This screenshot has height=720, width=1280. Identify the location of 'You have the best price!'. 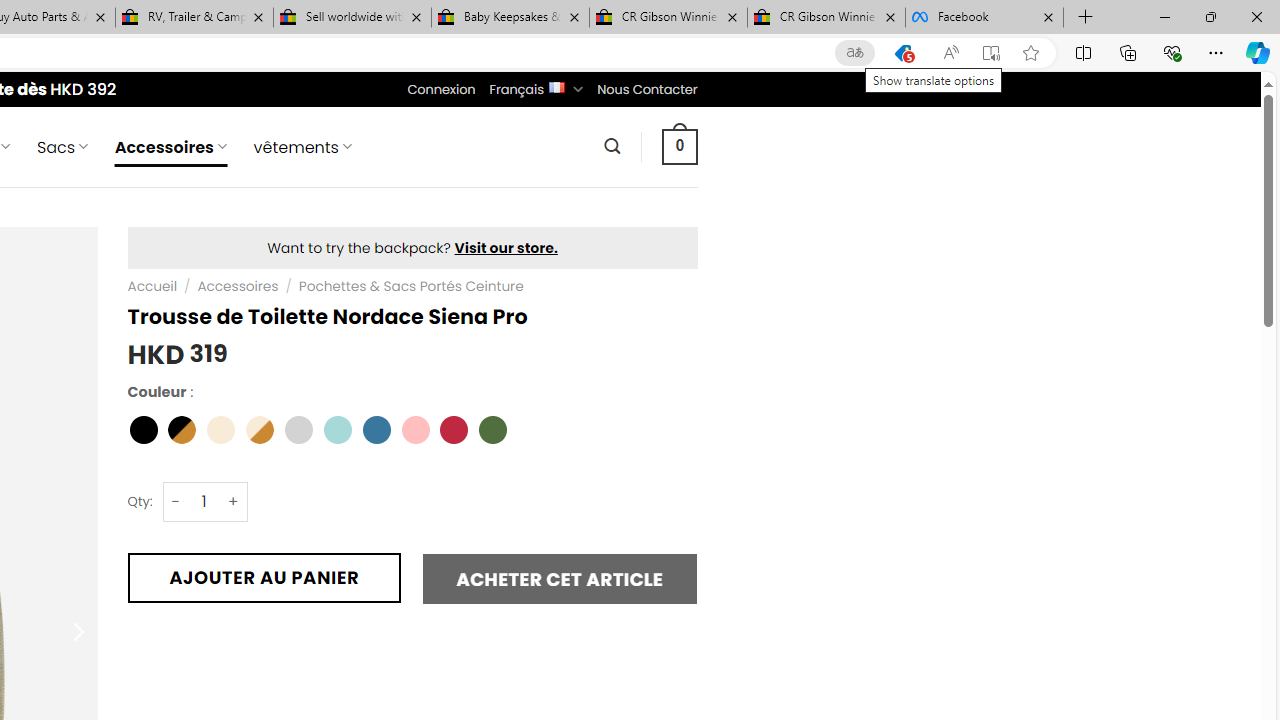
(902, 52).